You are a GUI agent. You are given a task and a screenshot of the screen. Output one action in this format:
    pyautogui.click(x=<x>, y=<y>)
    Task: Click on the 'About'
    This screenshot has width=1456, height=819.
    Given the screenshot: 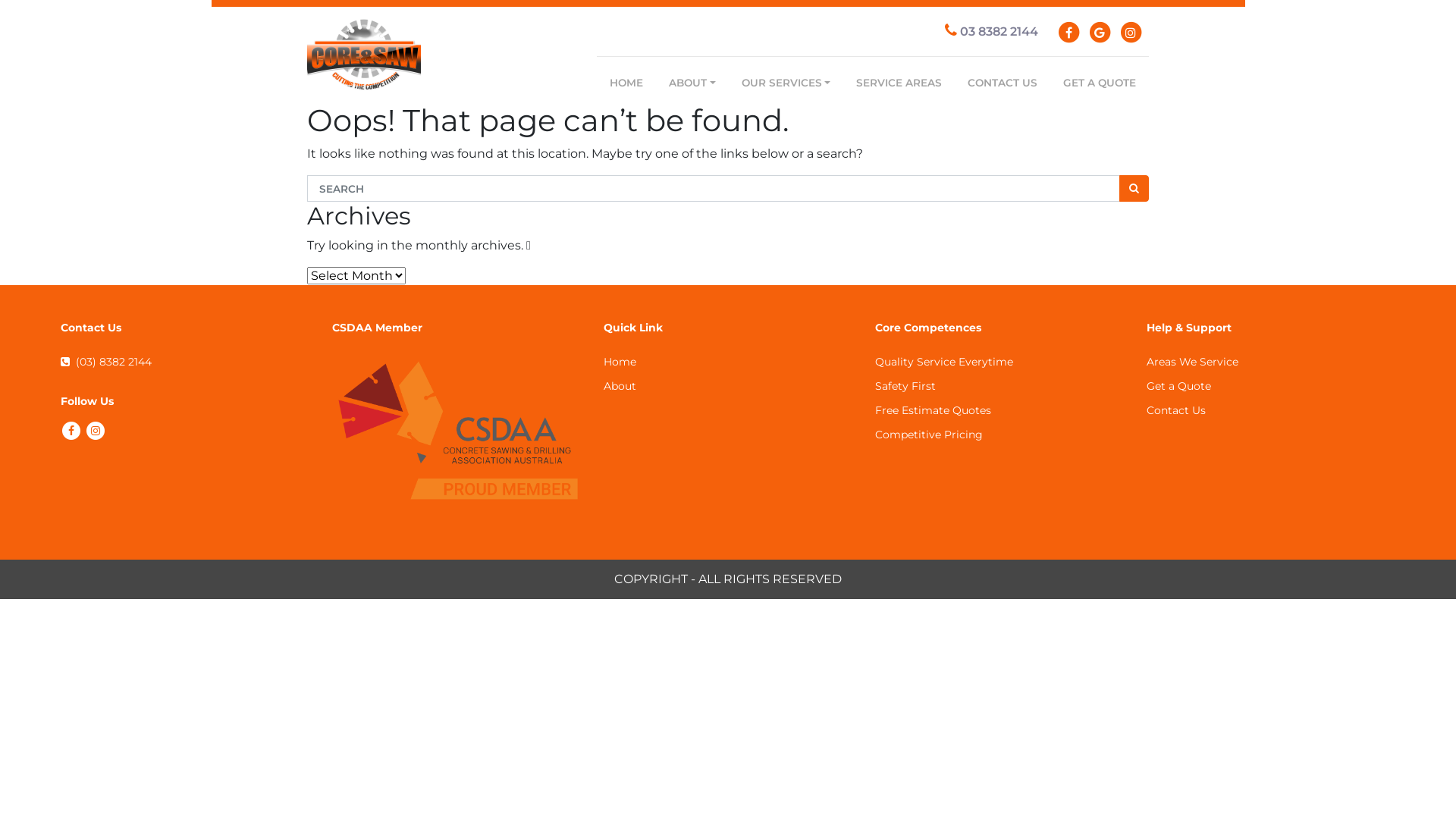 What is the action you would take?
    pyautogui.click(x=620, y=385)
    